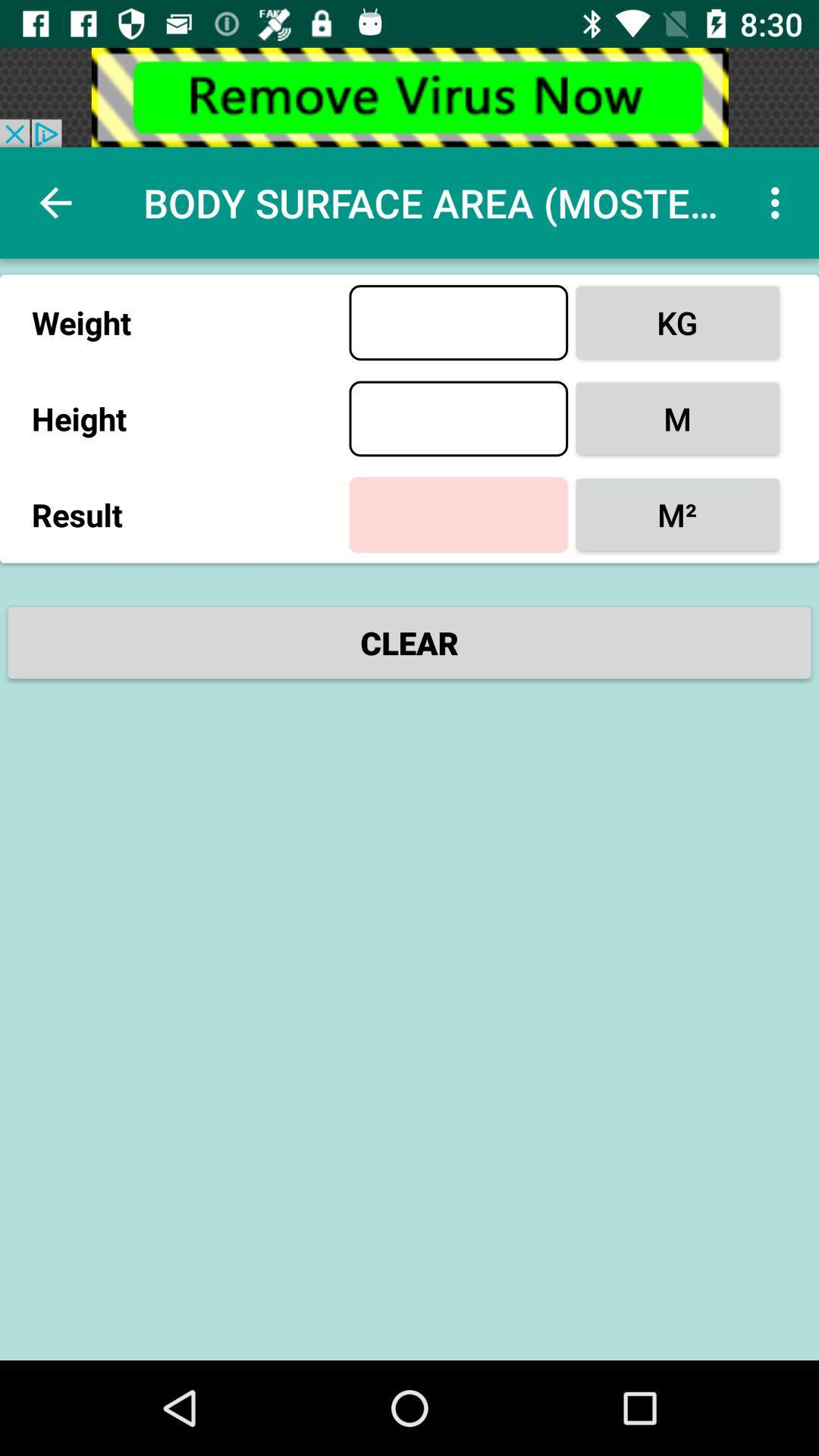  I want to click on visit virus removal website, so click(409, 96).